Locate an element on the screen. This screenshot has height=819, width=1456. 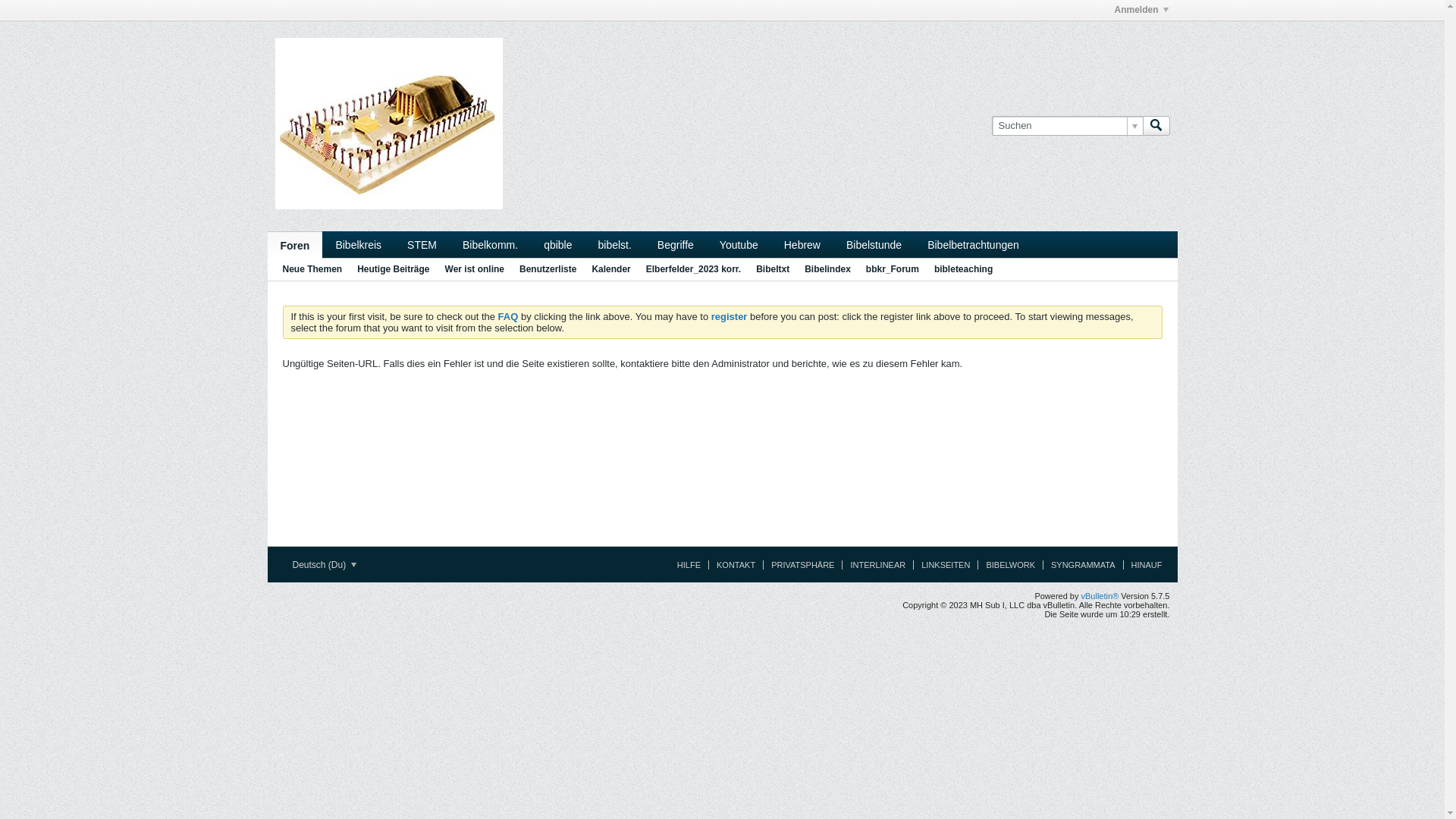
'Foren' is located at coordinates (294, 244).